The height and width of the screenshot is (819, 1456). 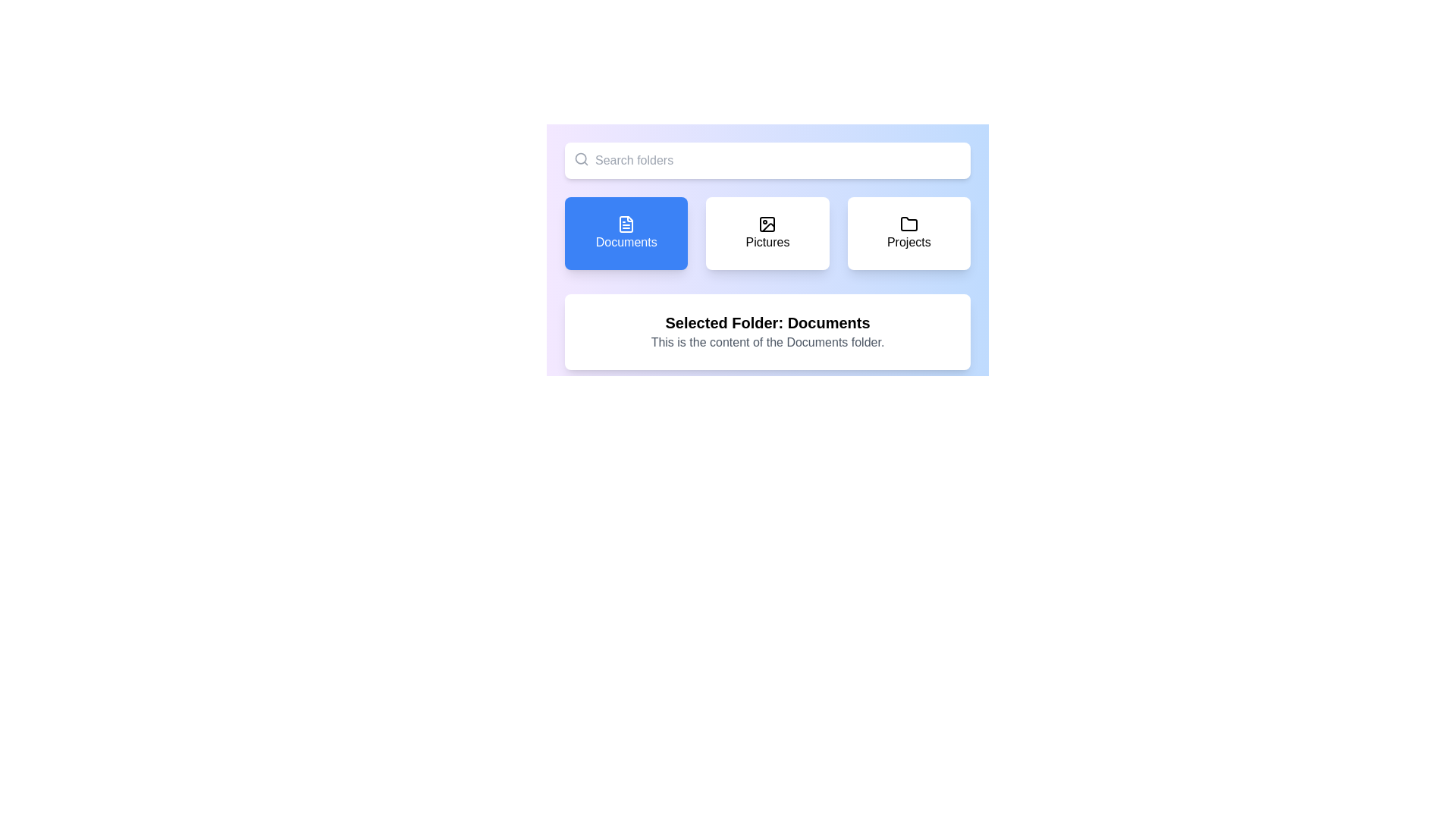 What do you see at coordinates (767, 234) in the screenshot?
I see `the 'Pictures' button, which is the second item in the grid layout between the 'Documents' and 'Projects' buttons` at bounding box center [767, 234].